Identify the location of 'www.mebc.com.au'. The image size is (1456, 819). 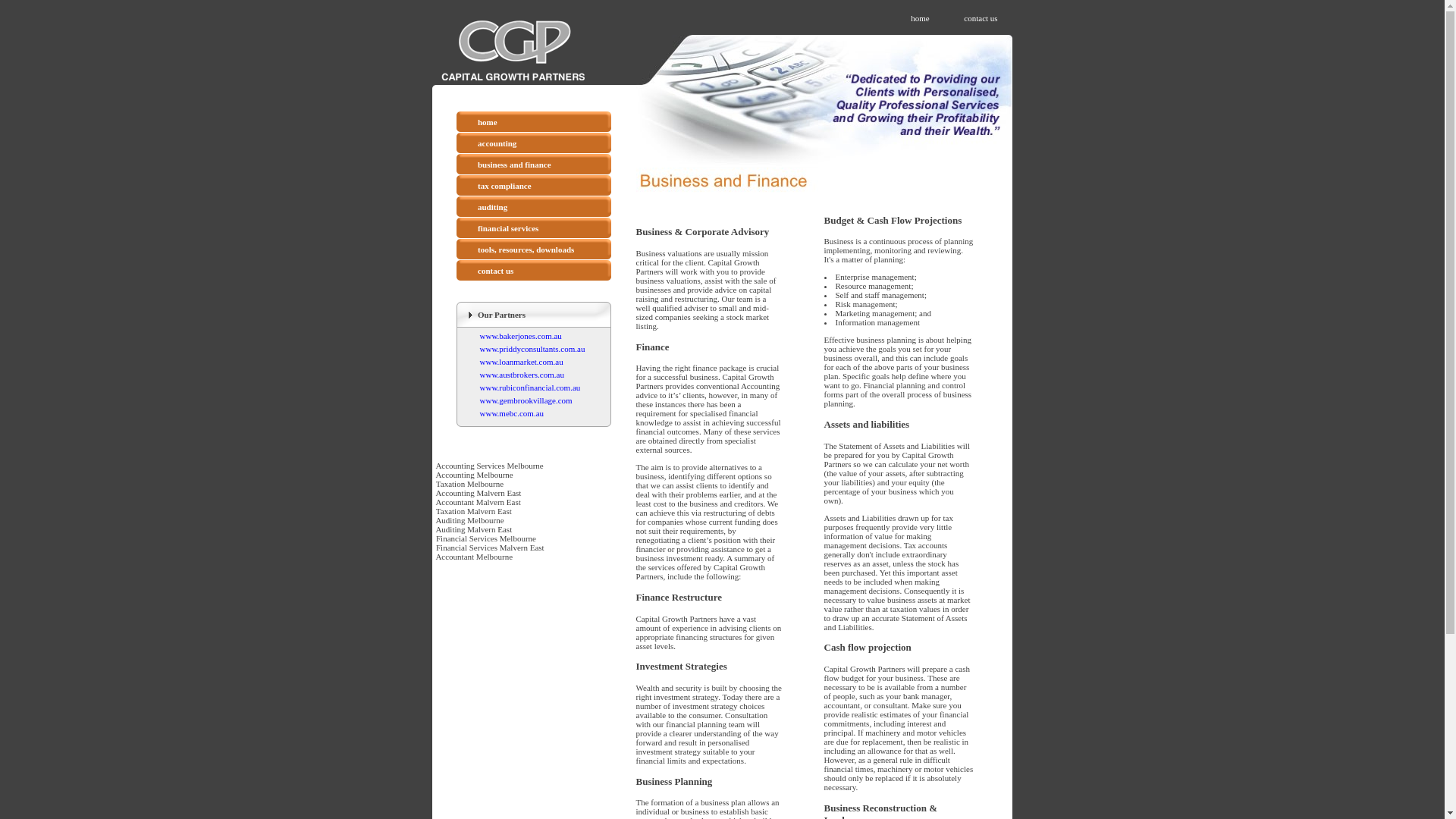
(511, 413).